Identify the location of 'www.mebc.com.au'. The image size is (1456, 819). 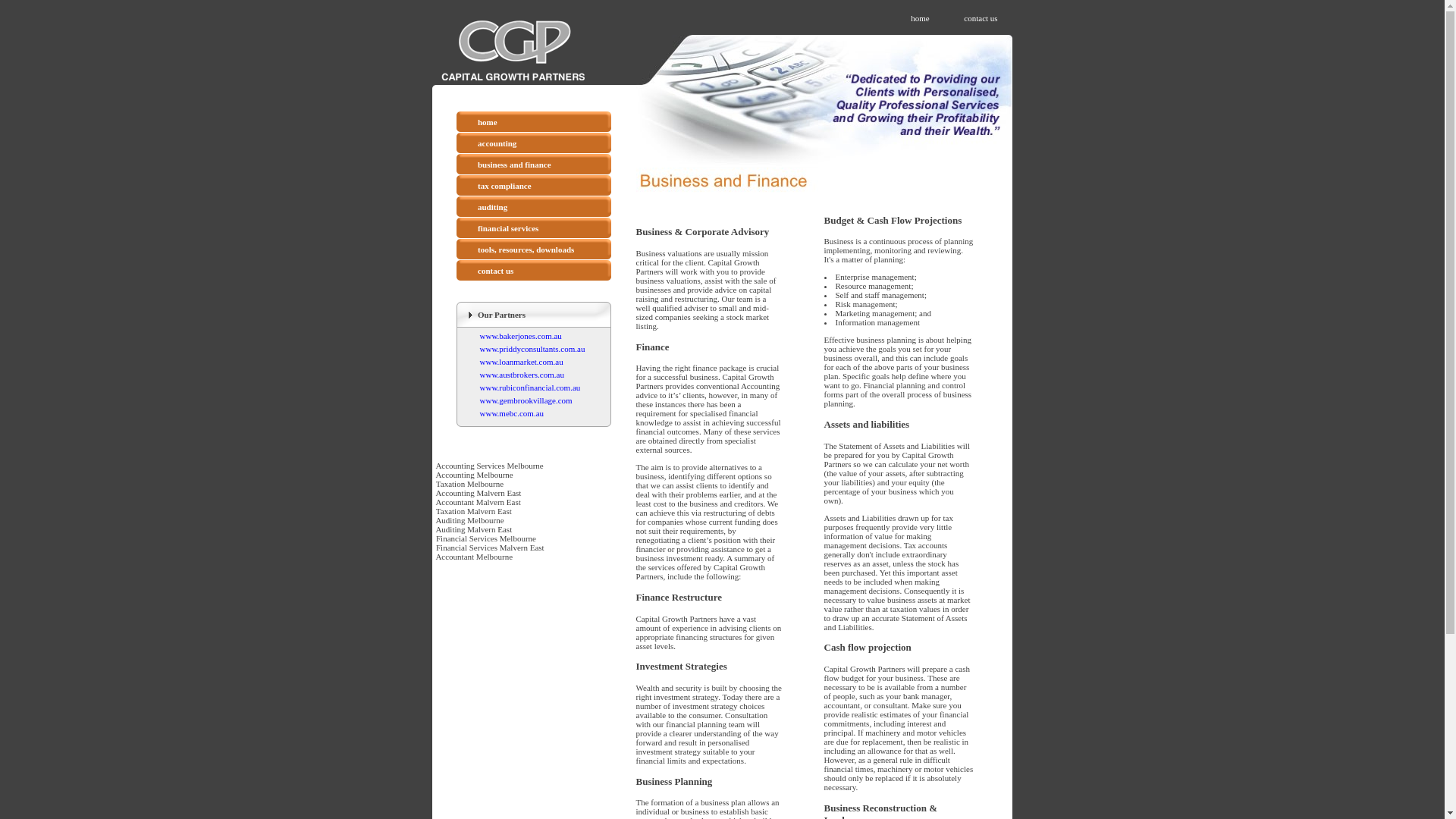
(511, 413).